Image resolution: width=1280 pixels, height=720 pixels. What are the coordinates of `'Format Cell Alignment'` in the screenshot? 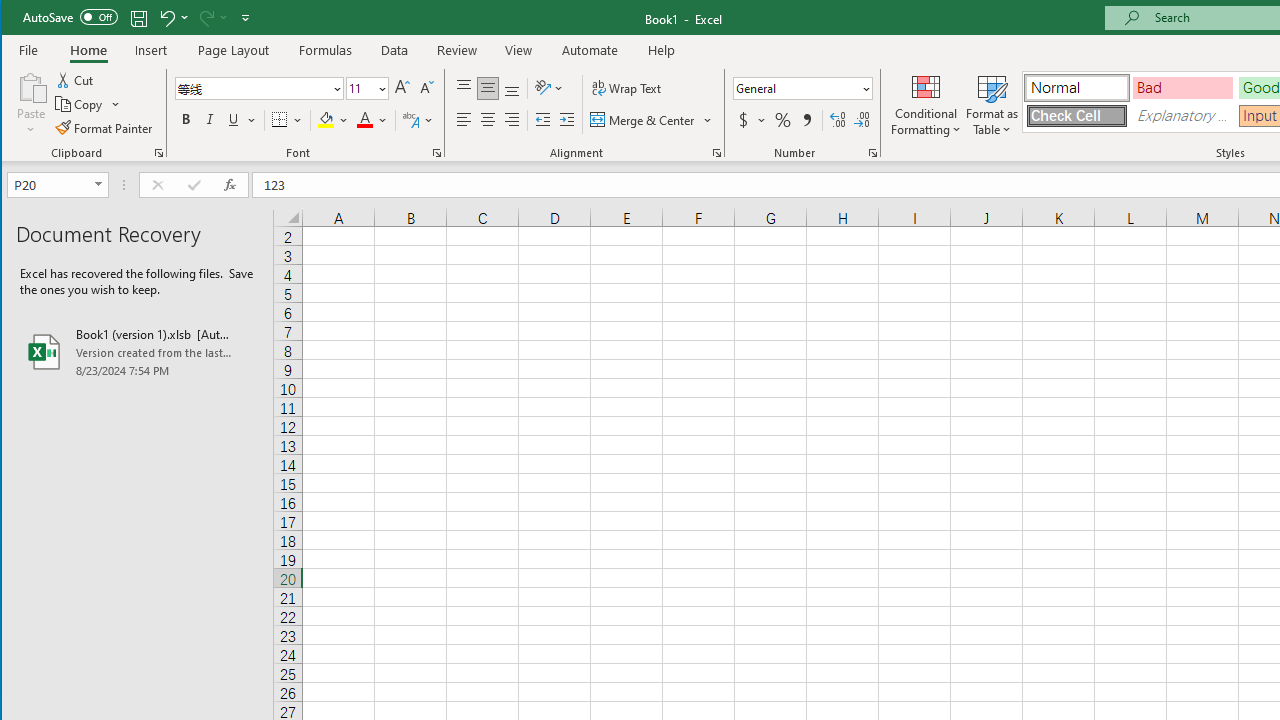 It's located at (716, 152).